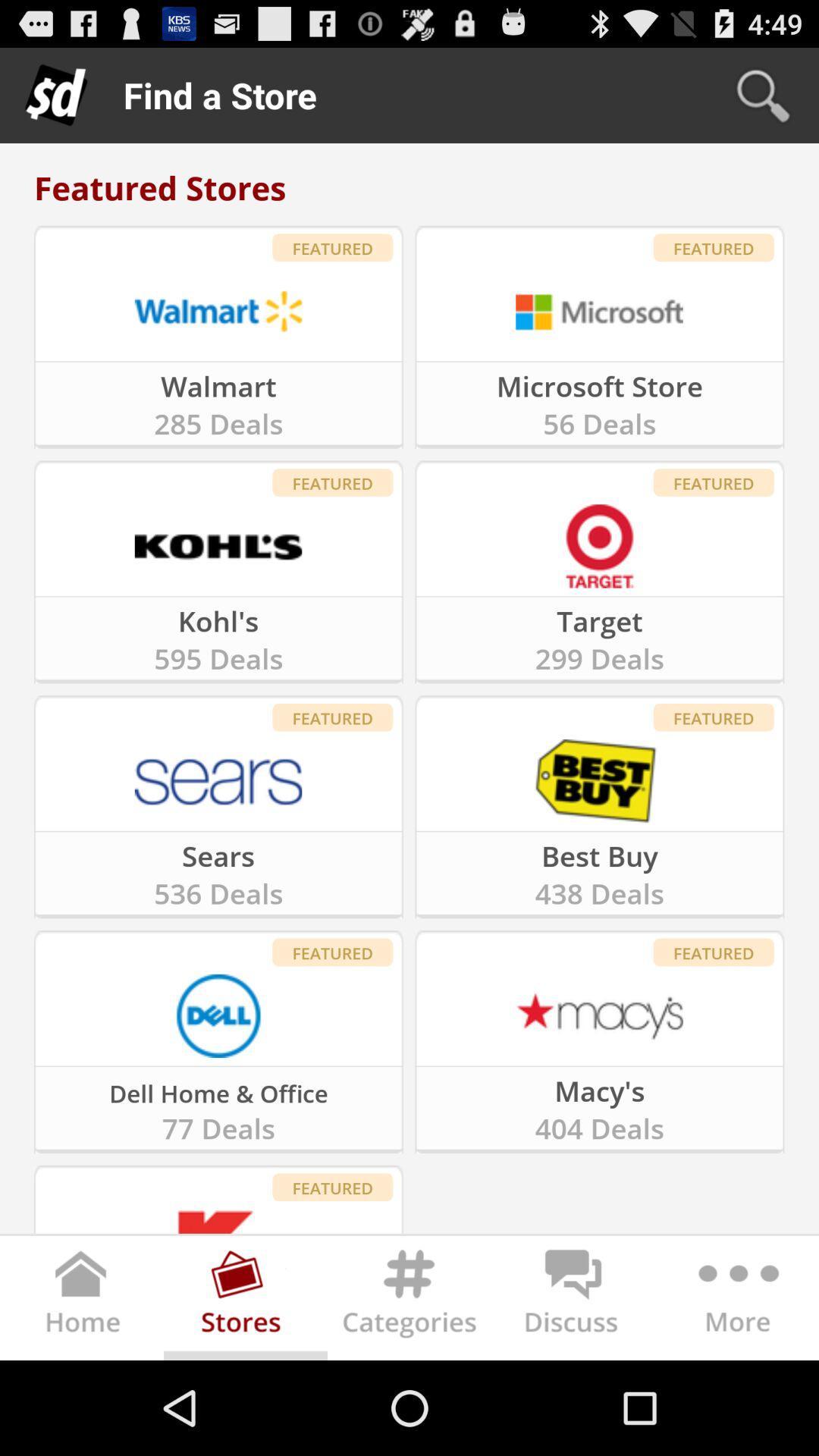  What do you see at coordinates (82, 1301) in the screenshot?
I see `home` at bounding box center [82, 1301].